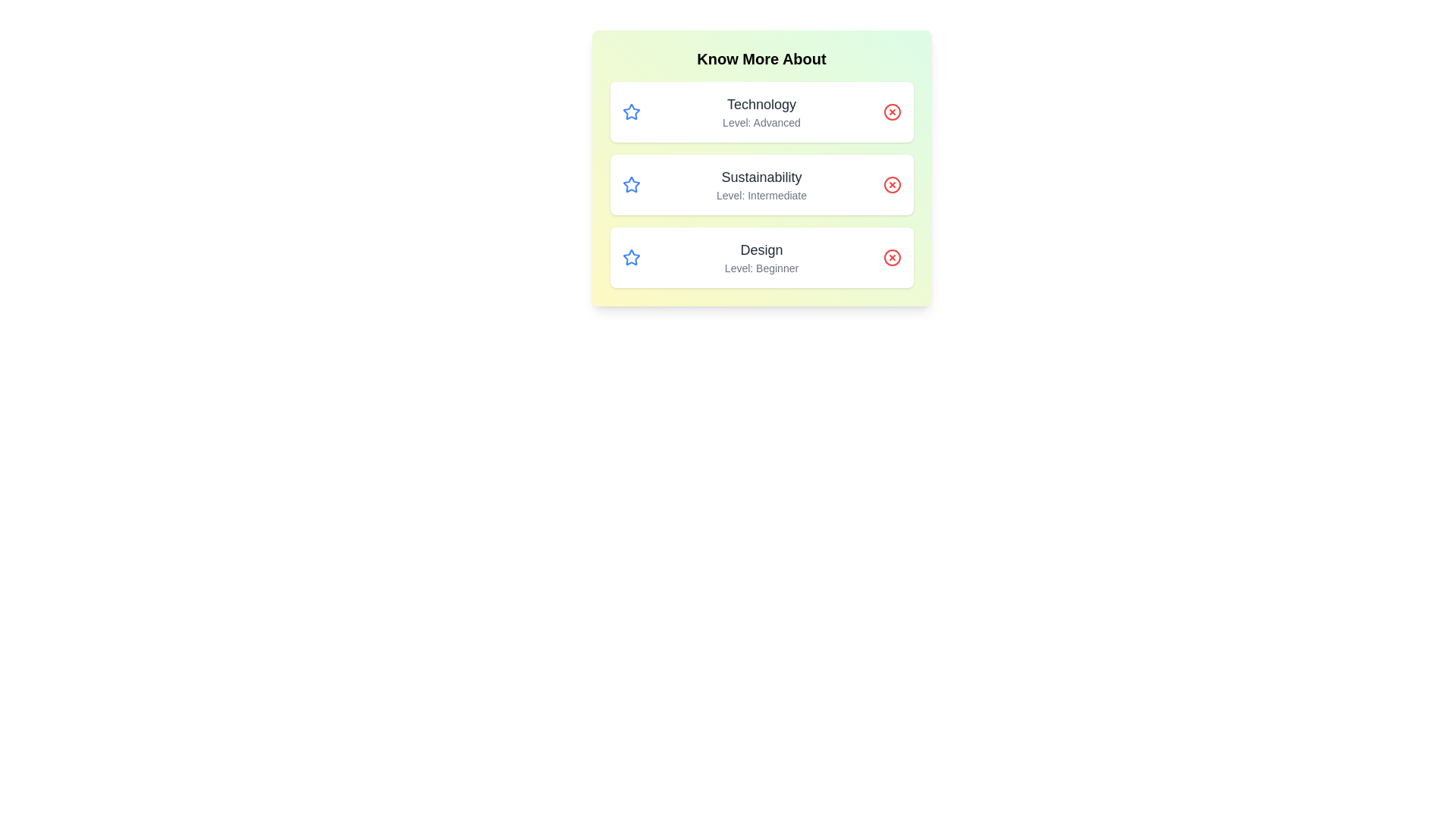  What do you see at coordinates (761, 111) in the screenshot?
I see `the list item corresponding to Technology` at bounding box center [761, 111].